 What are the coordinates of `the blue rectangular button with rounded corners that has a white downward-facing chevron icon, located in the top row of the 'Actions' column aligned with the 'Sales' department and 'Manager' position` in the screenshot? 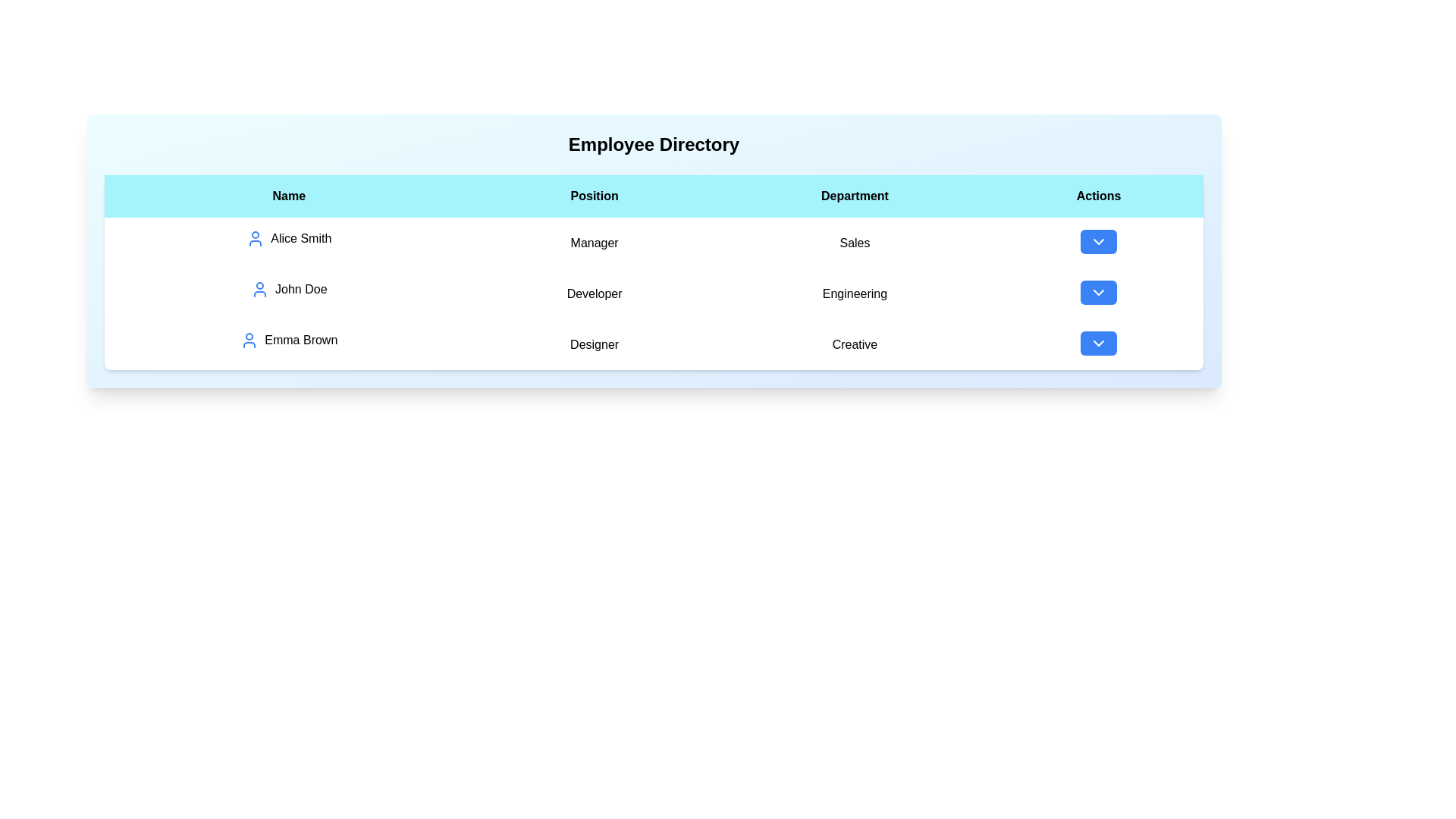 It's located at (1099, 241).